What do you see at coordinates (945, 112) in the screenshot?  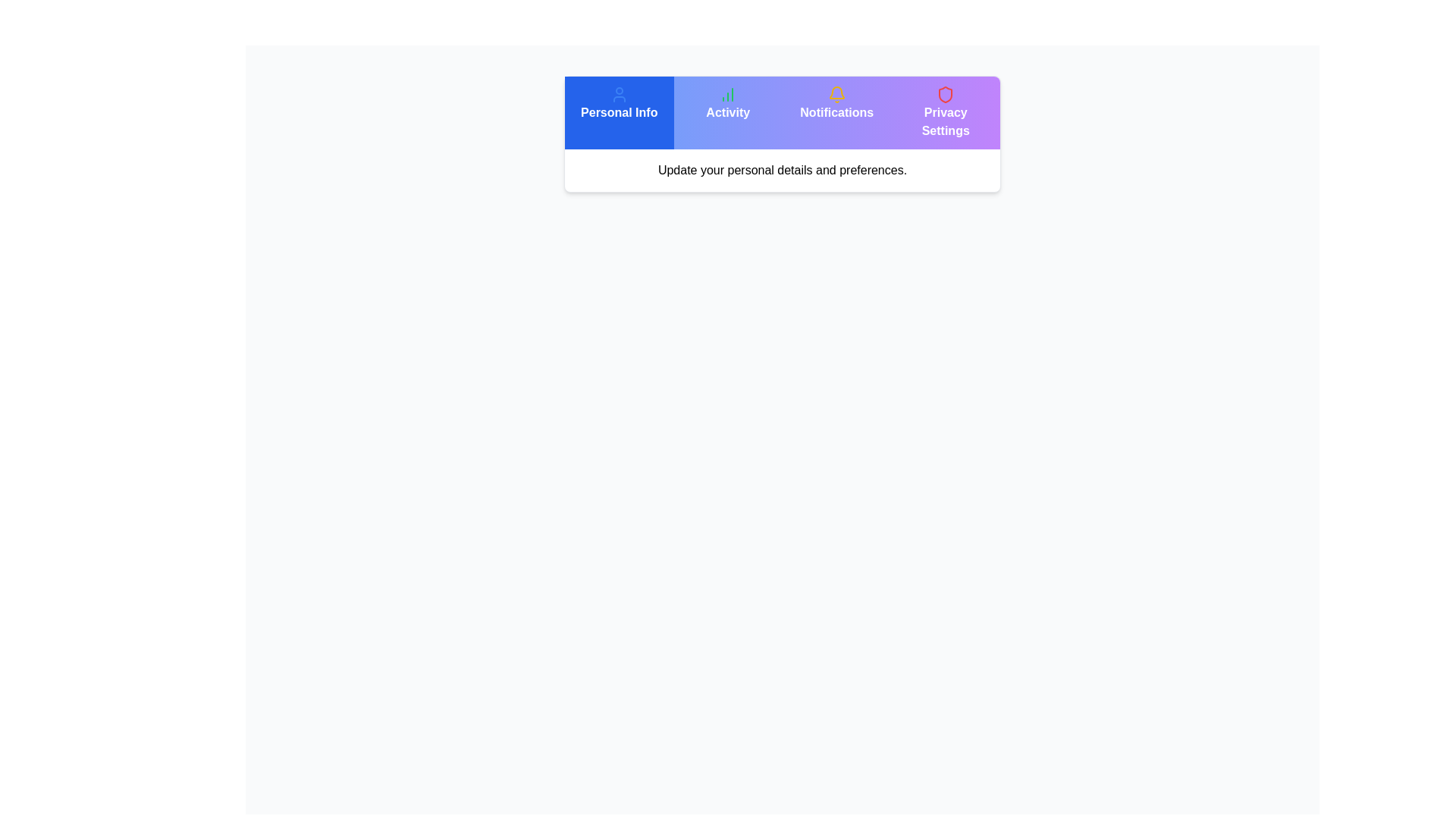 I see `the Privacy Settings tab` at bounding box center [945, 112].